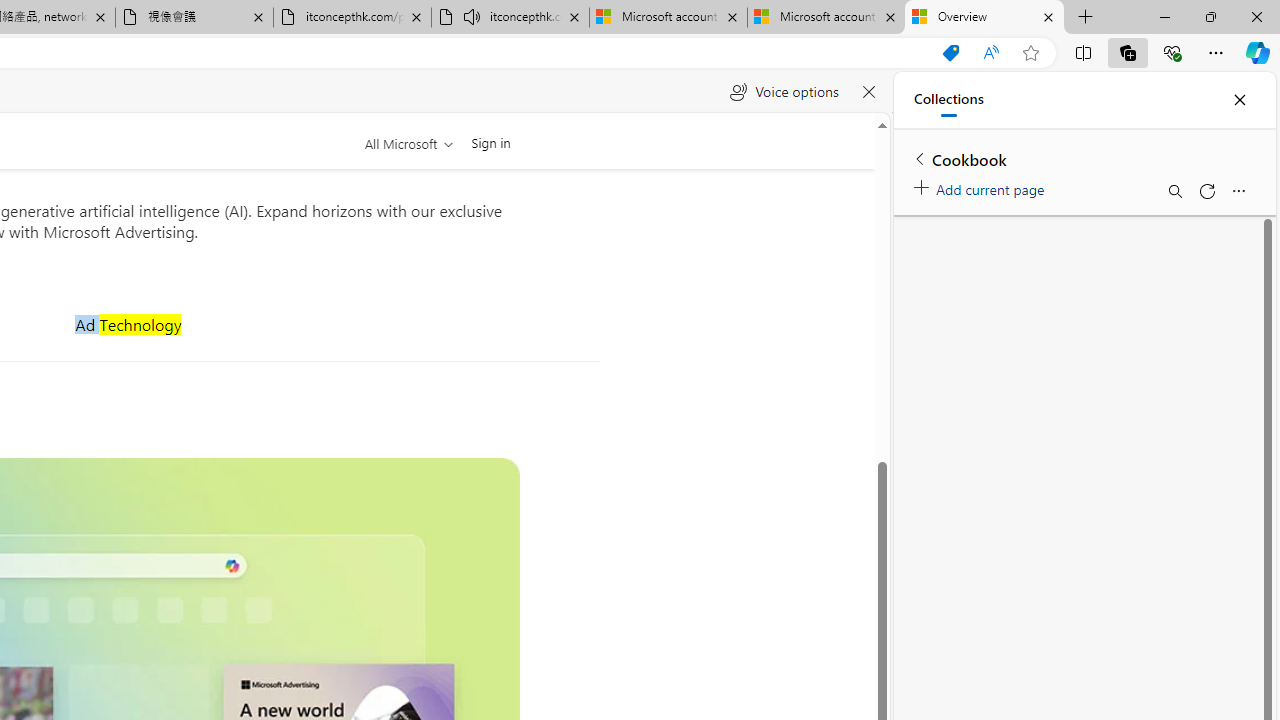  Describe the element at coordinates (127, 323) in the screenshot. I see `'Ad Technology'` at that location.